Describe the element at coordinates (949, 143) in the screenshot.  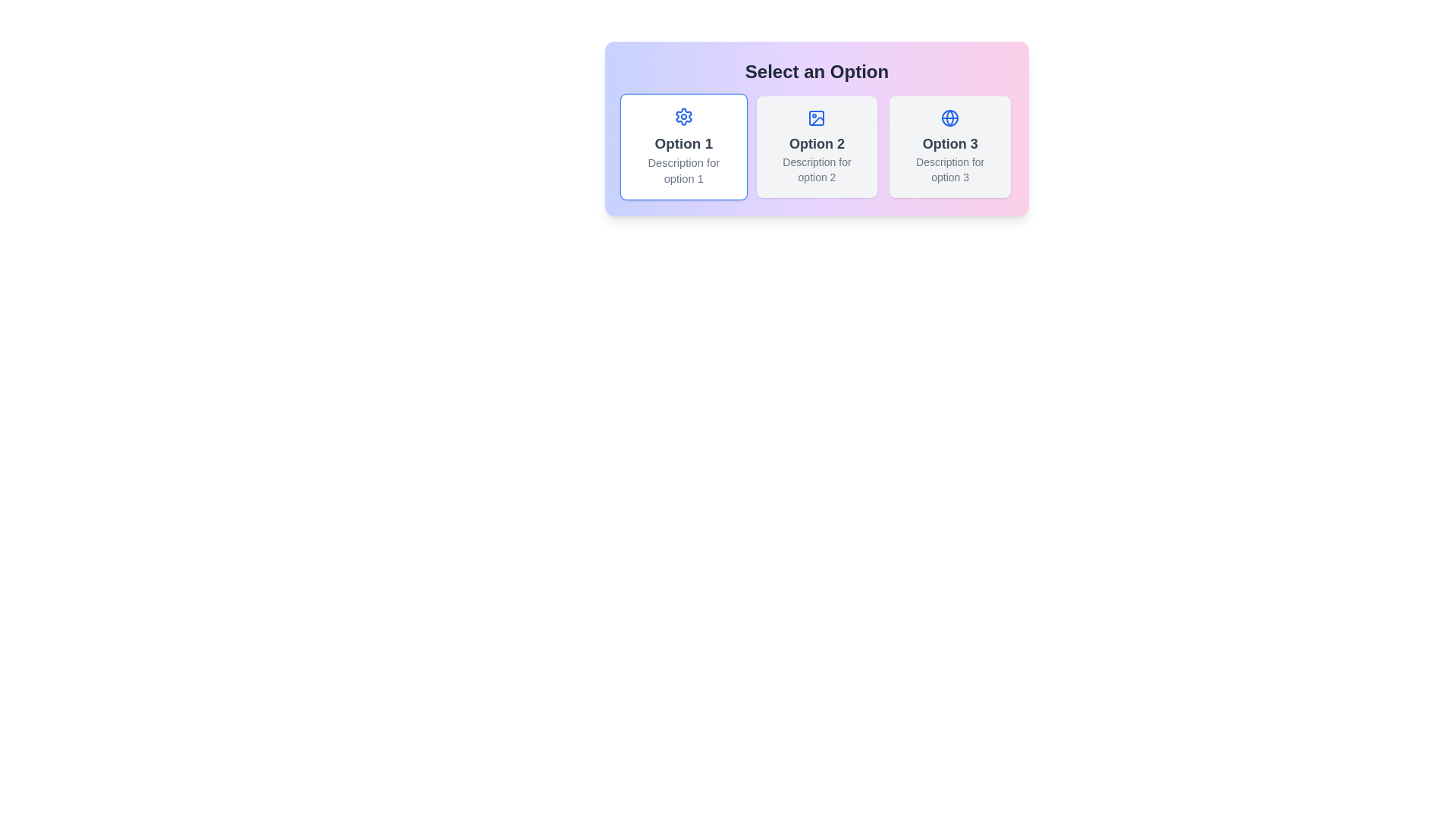
I see `displayed text of the bold gray text label that says 'Option 3', located centrally in the third column of the panel layout, above the descriptive text 'Description for option 3'` at that location.